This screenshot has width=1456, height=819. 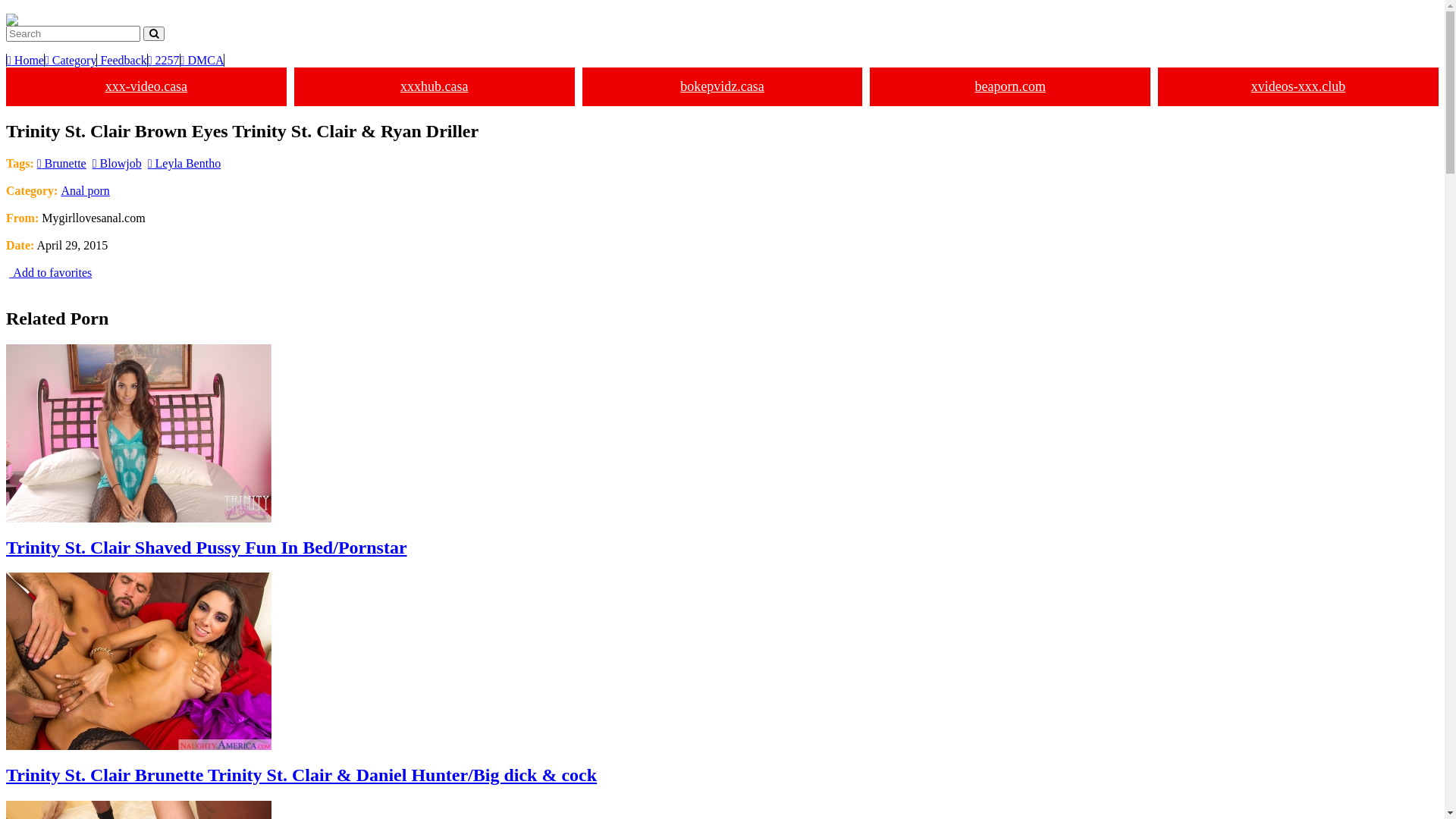 I want to click on 'Leyla Bentho', so click(x=184, y=163).